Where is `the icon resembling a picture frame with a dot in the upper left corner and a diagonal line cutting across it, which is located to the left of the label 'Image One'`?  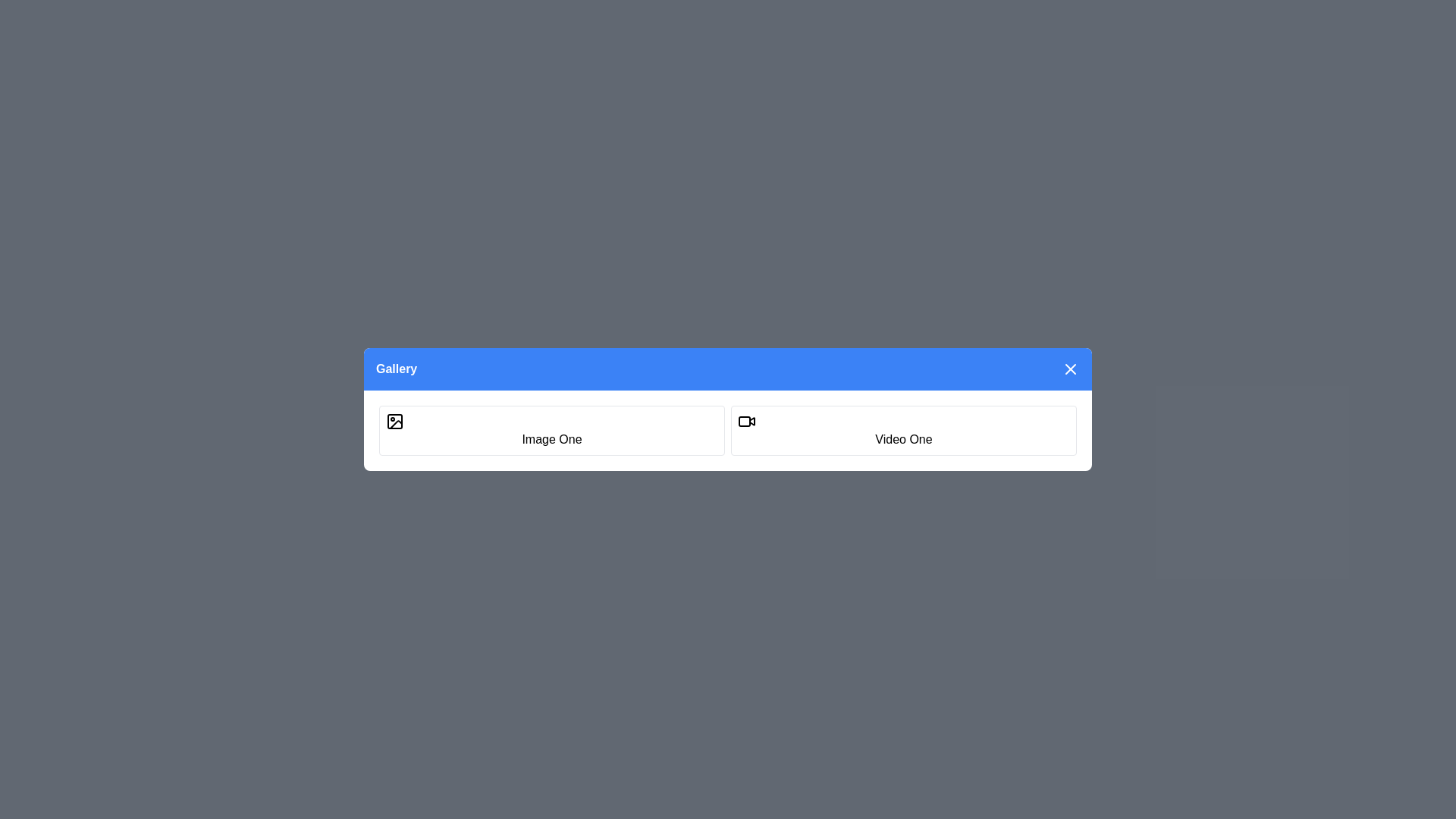
the icon resembling a picture frame with a dot in the upper left corner and a diagonal line cutting across it, which is located to the left of the label 'Image One' is located at coordinates (395, 421).